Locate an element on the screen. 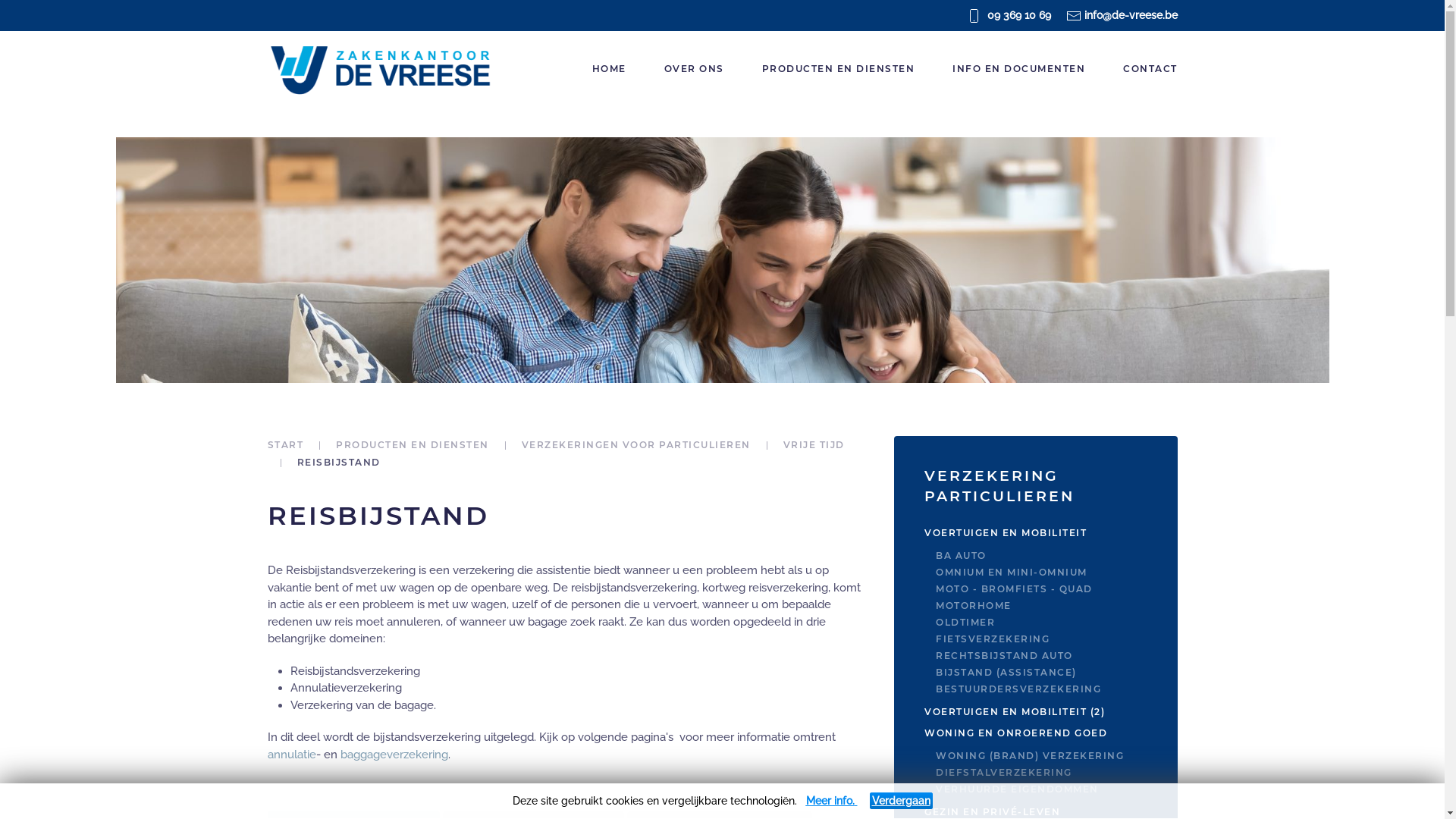 The height and width of the screenshot is (819, 1456). 'BESTUURDERSVERZEKERING' is located at coordinates (1055, 689).